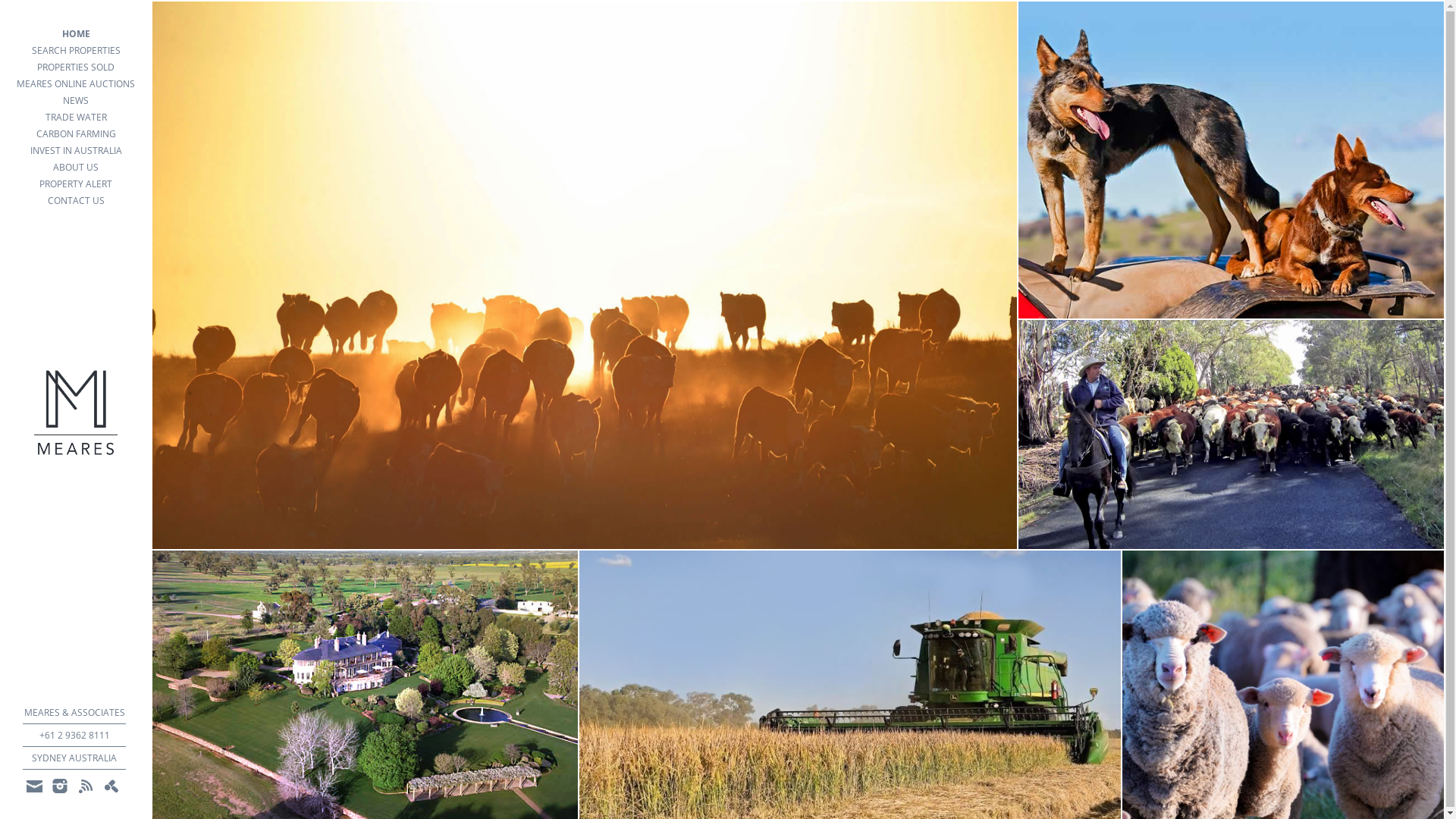 The image size is (1456, 819). I want to click on 'MEARES ONLINE AUCTIONS', so click(75, 84).